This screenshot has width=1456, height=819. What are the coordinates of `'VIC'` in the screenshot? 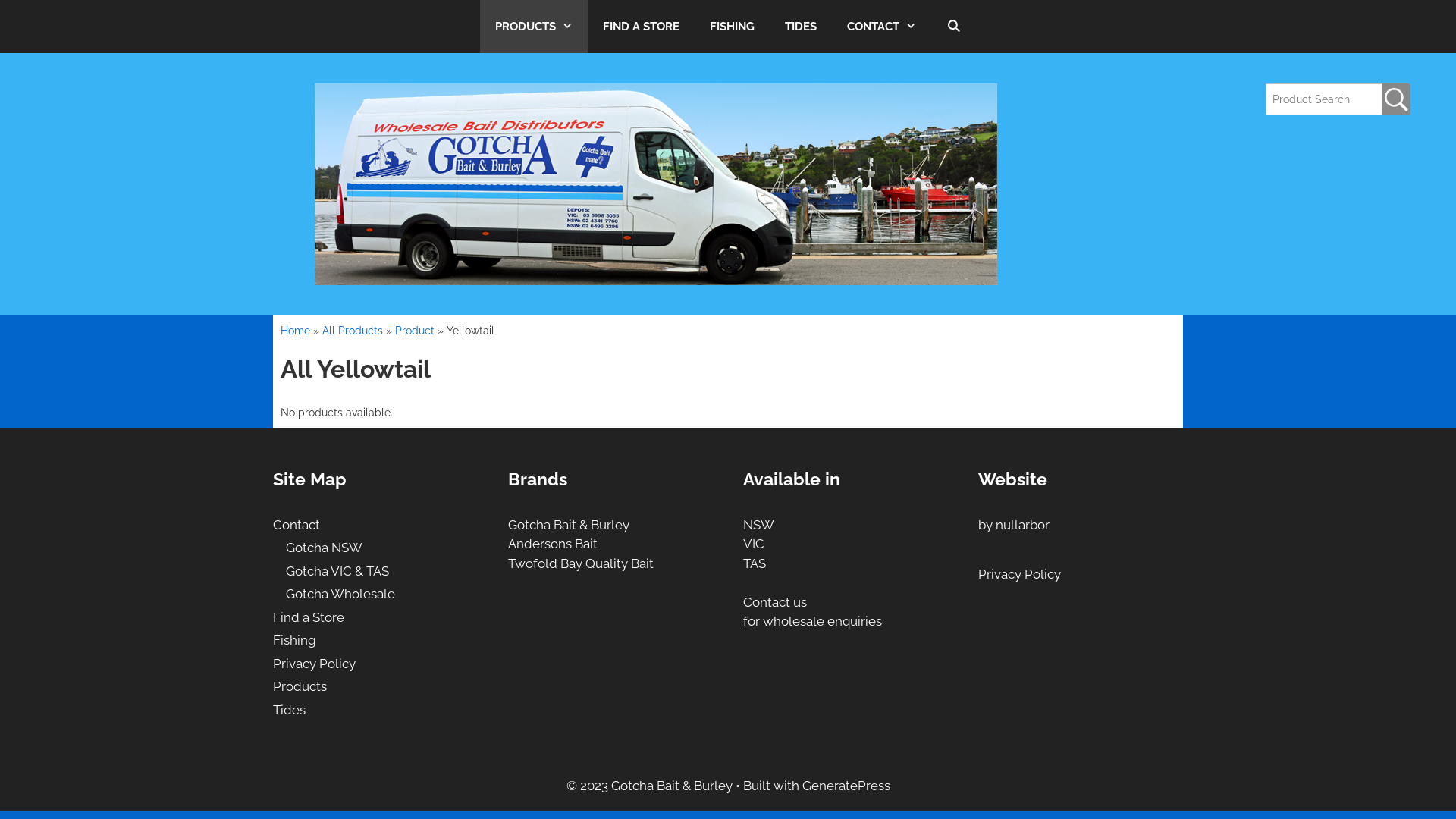 It's located at (753, 543).